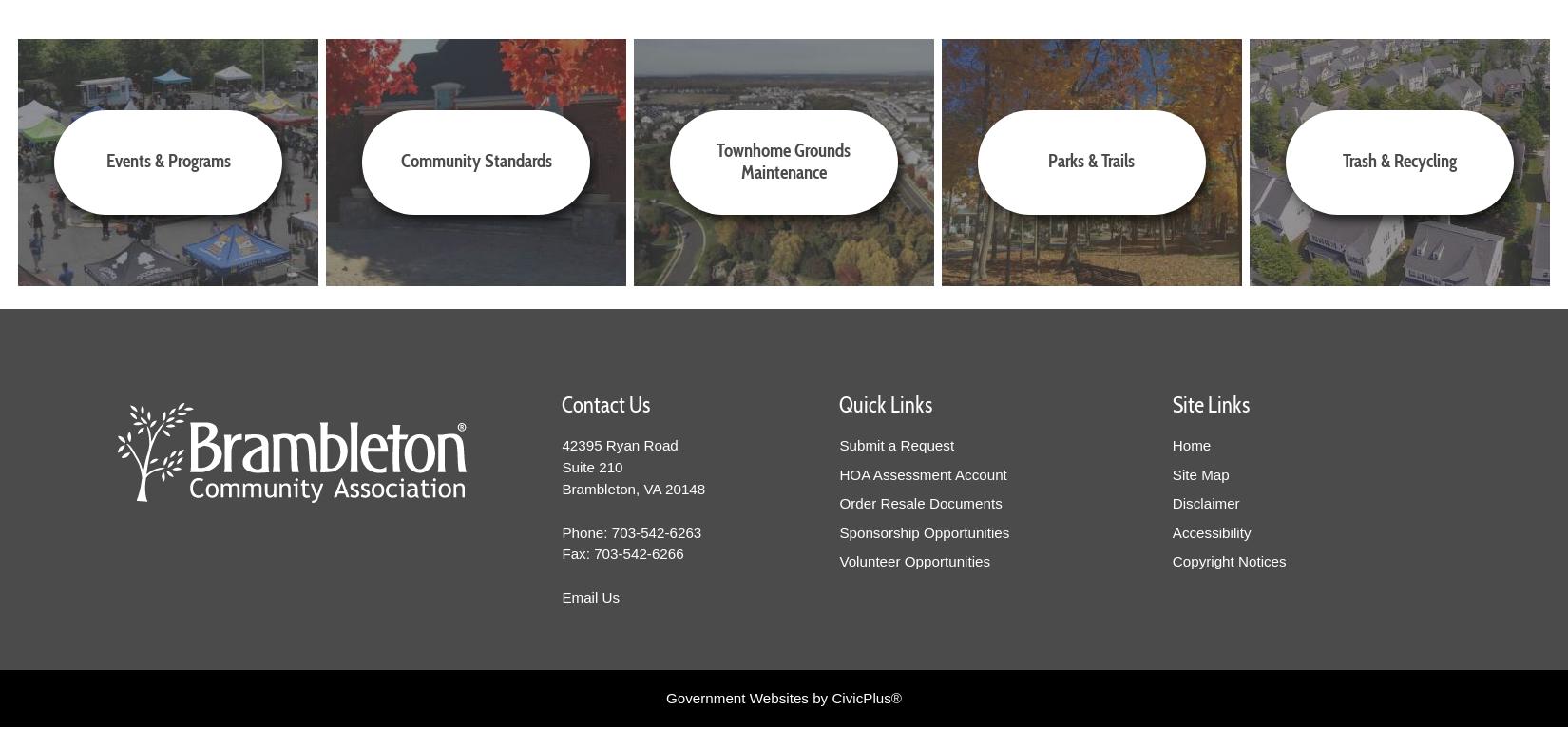 The width and height of the screenshot is (1568, 730). What do you see at coordinates (839, 444) in the screenshot?
I see `'Submit a Request'` at bounding box center [839, 444].